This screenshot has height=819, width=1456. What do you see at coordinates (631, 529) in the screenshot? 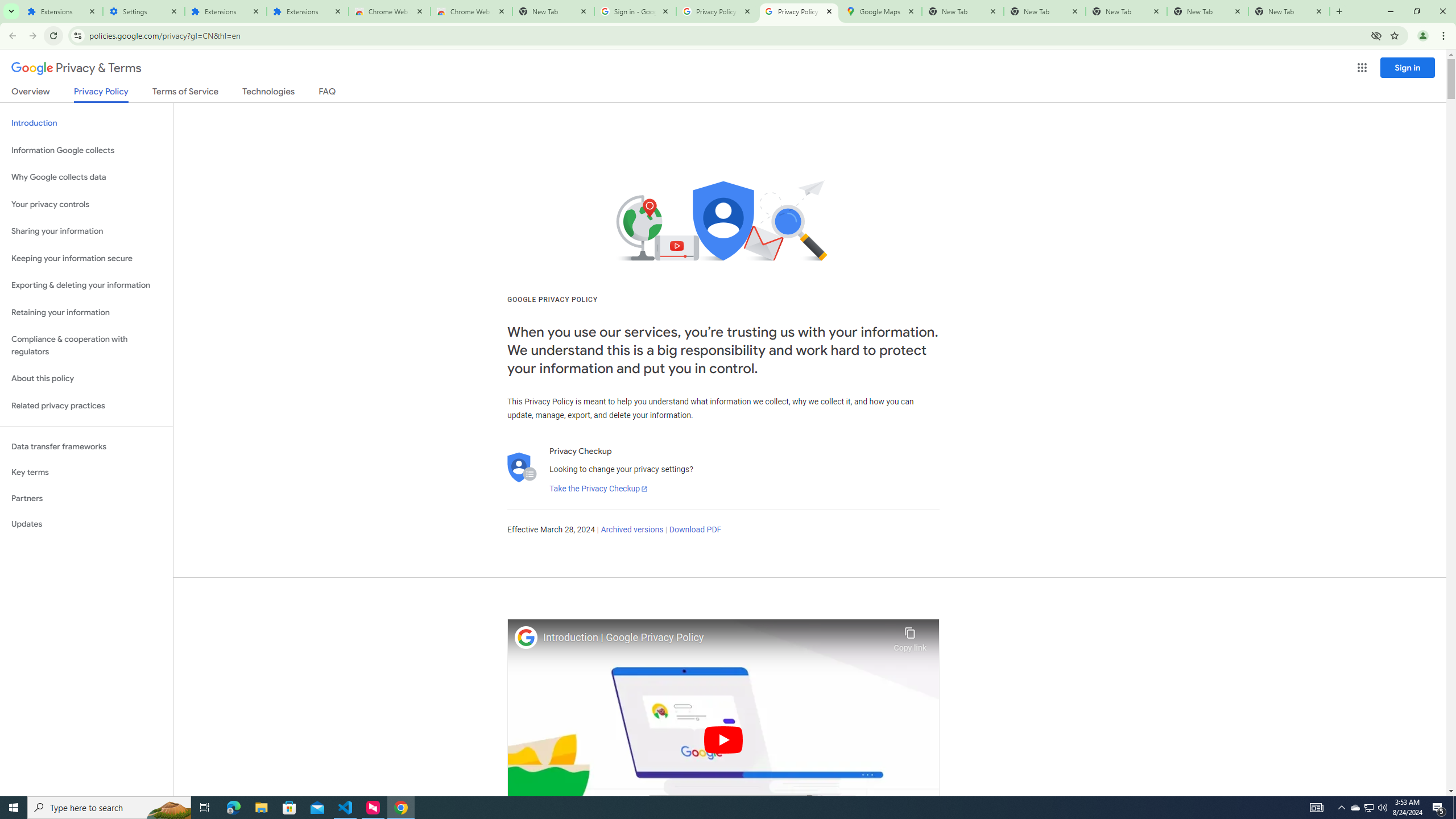
I see `'Archived versions'` at bounding box center [631, 529].